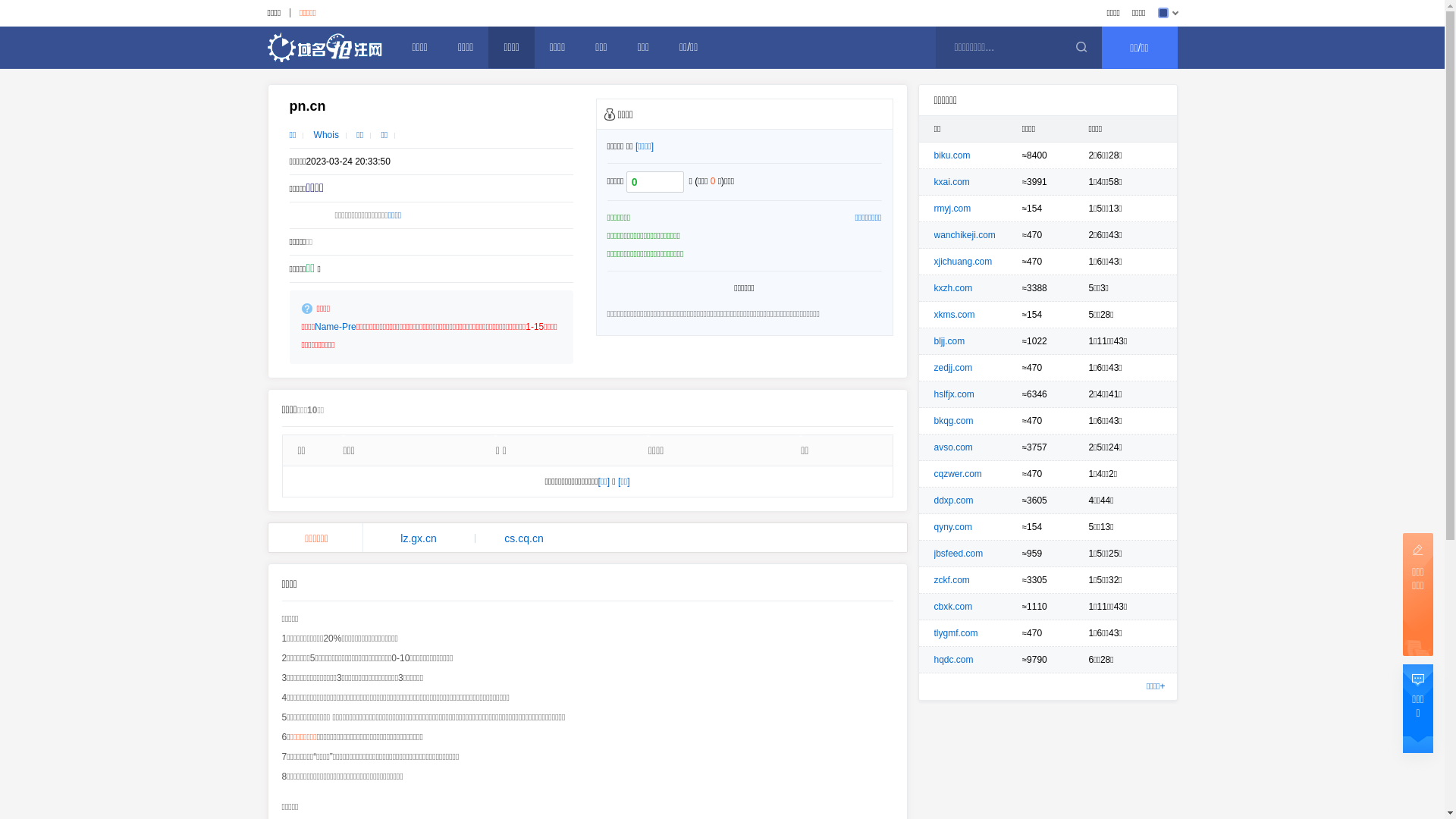 Image resolution: width=1456 pixels, height=819 pixels. Describe the element at coordinates (934, 605) in the screenshot. I see `'cbxk.com'` at that location.